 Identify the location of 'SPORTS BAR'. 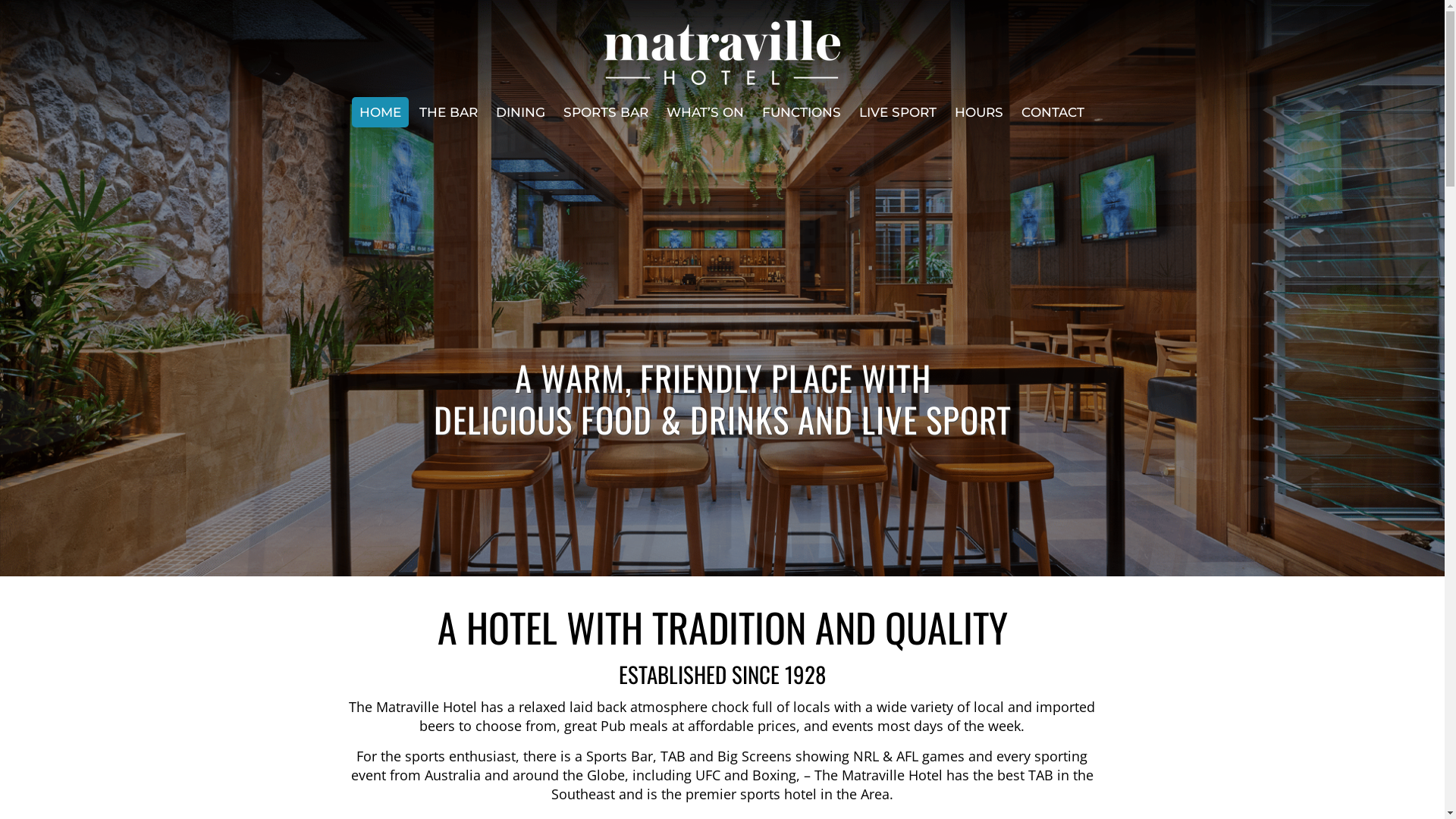
(555, 111).